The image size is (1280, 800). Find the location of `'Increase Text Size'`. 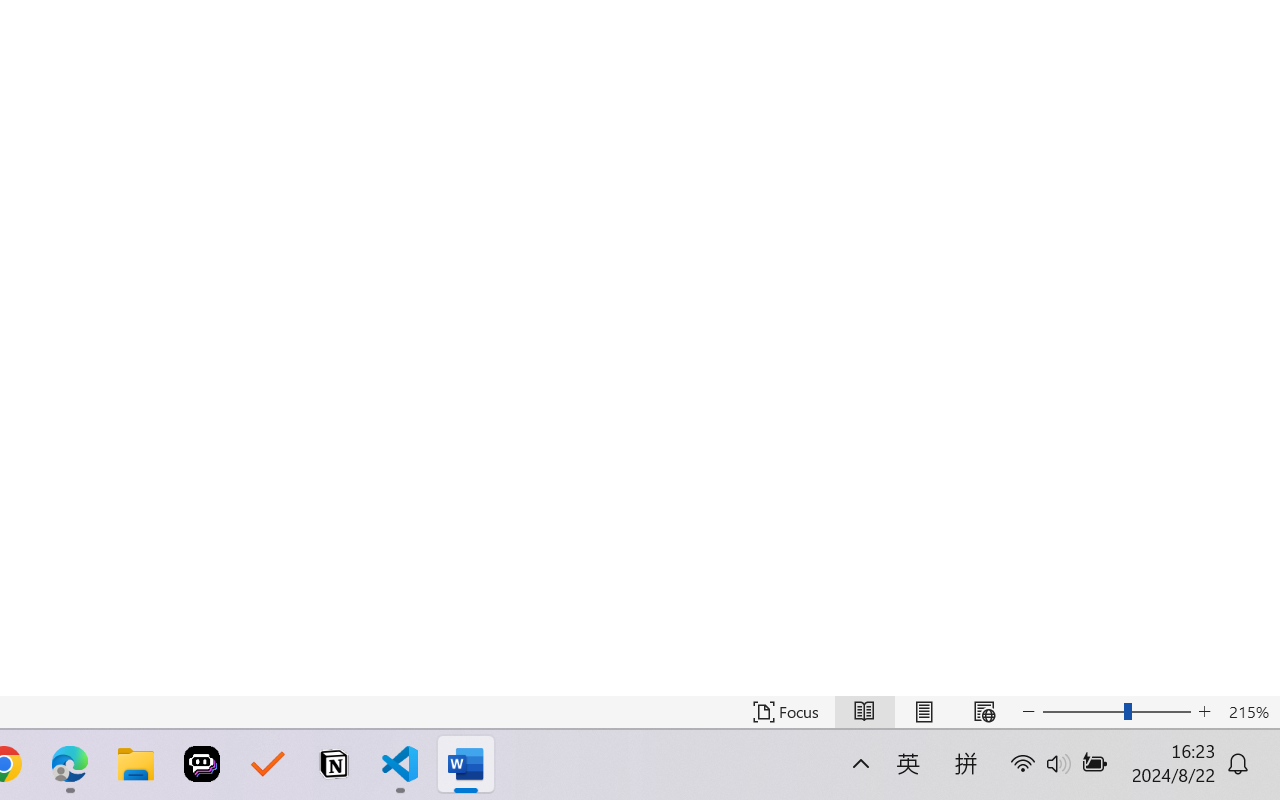

'Increase Text Size' is located at coordinates (1204, 711).